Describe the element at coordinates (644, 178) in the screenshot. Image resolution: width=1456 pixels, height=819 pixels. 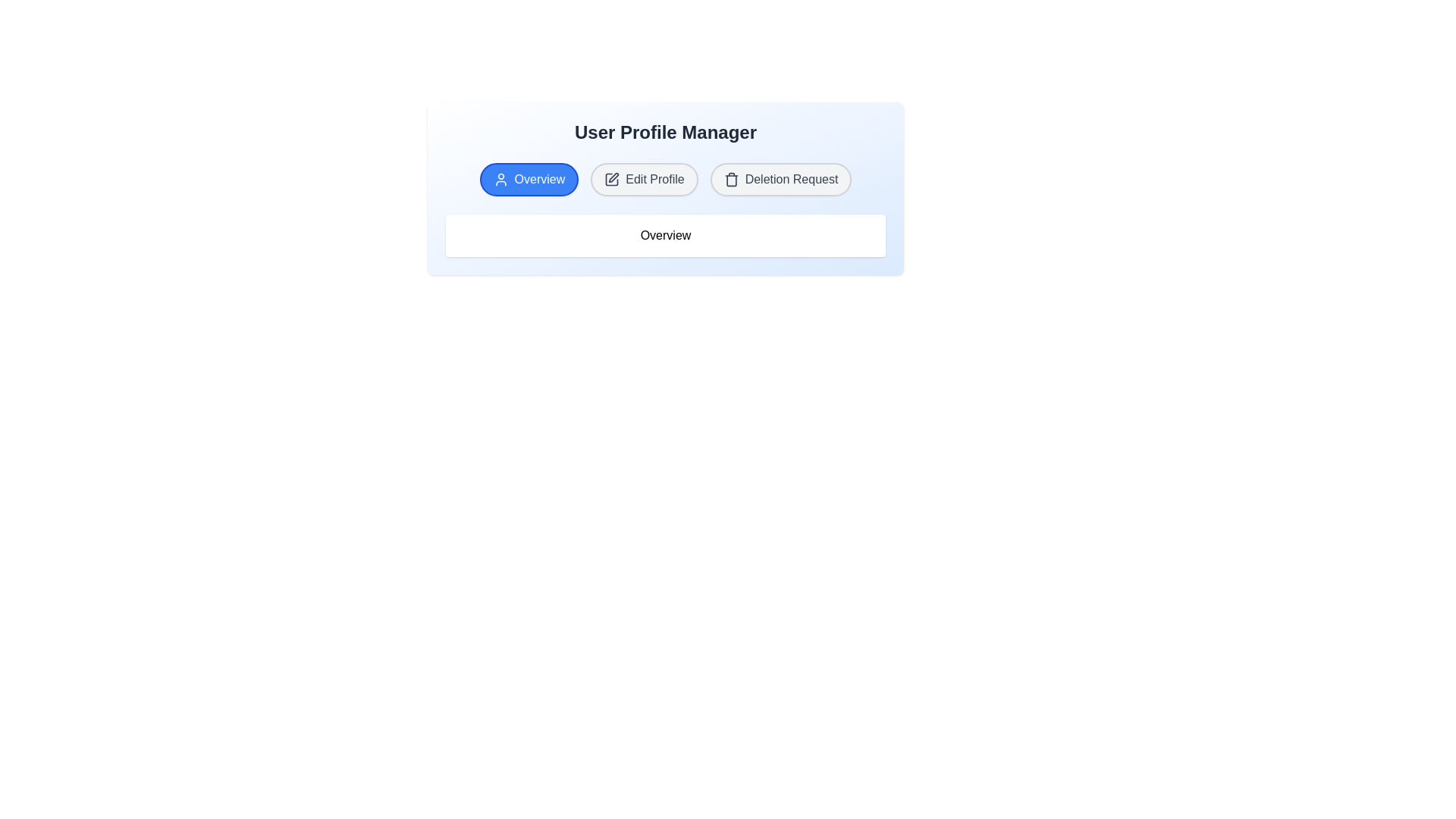
I see `the Edit Profile tab to observe its hover effect` at that location.